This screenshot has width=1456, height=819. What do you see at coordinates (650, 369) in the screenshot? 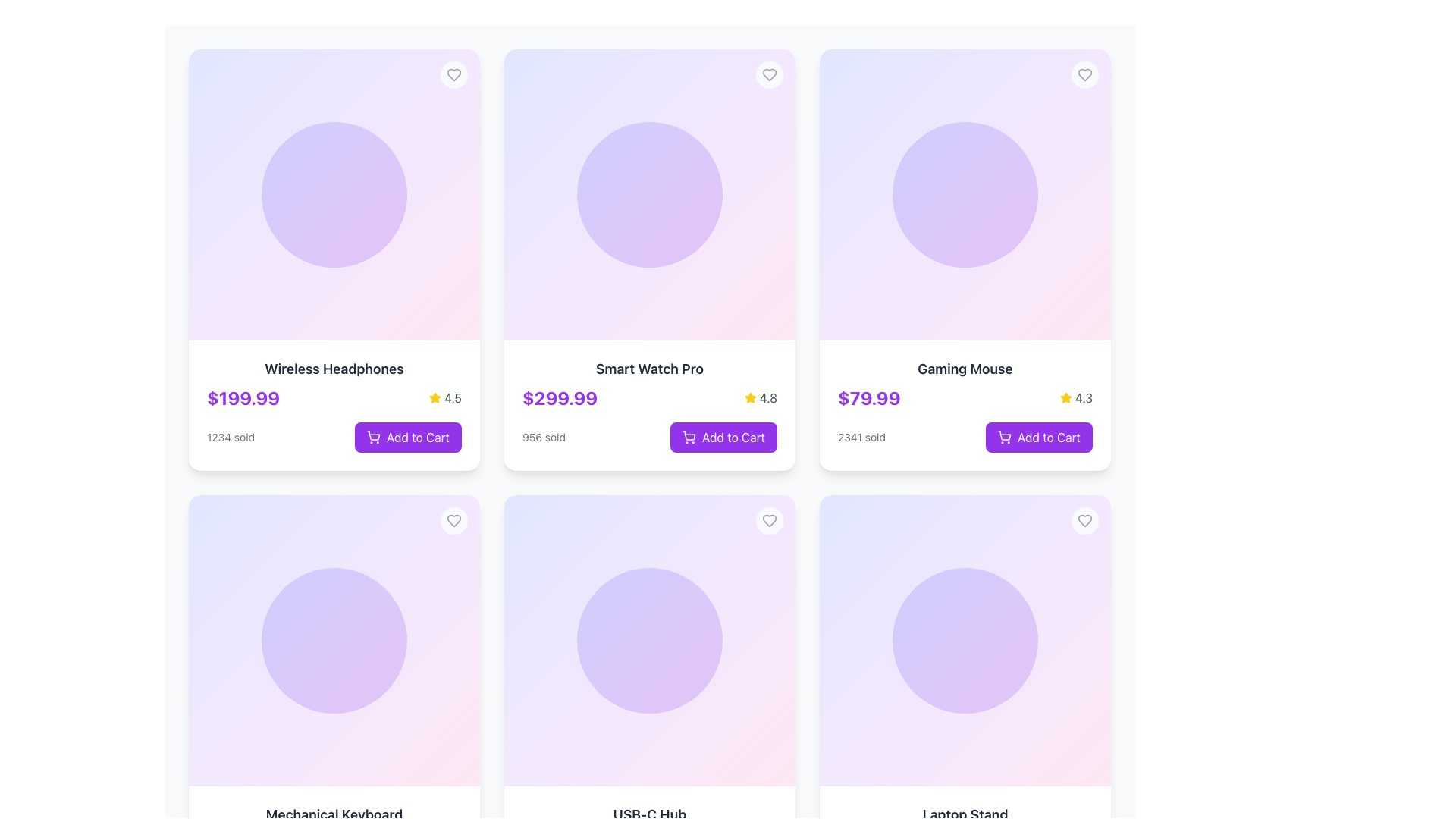
I see `the text label that identifies the product name, located in the second product card from the left in the top row, centered above the price section` at bounding box center [650, 369].